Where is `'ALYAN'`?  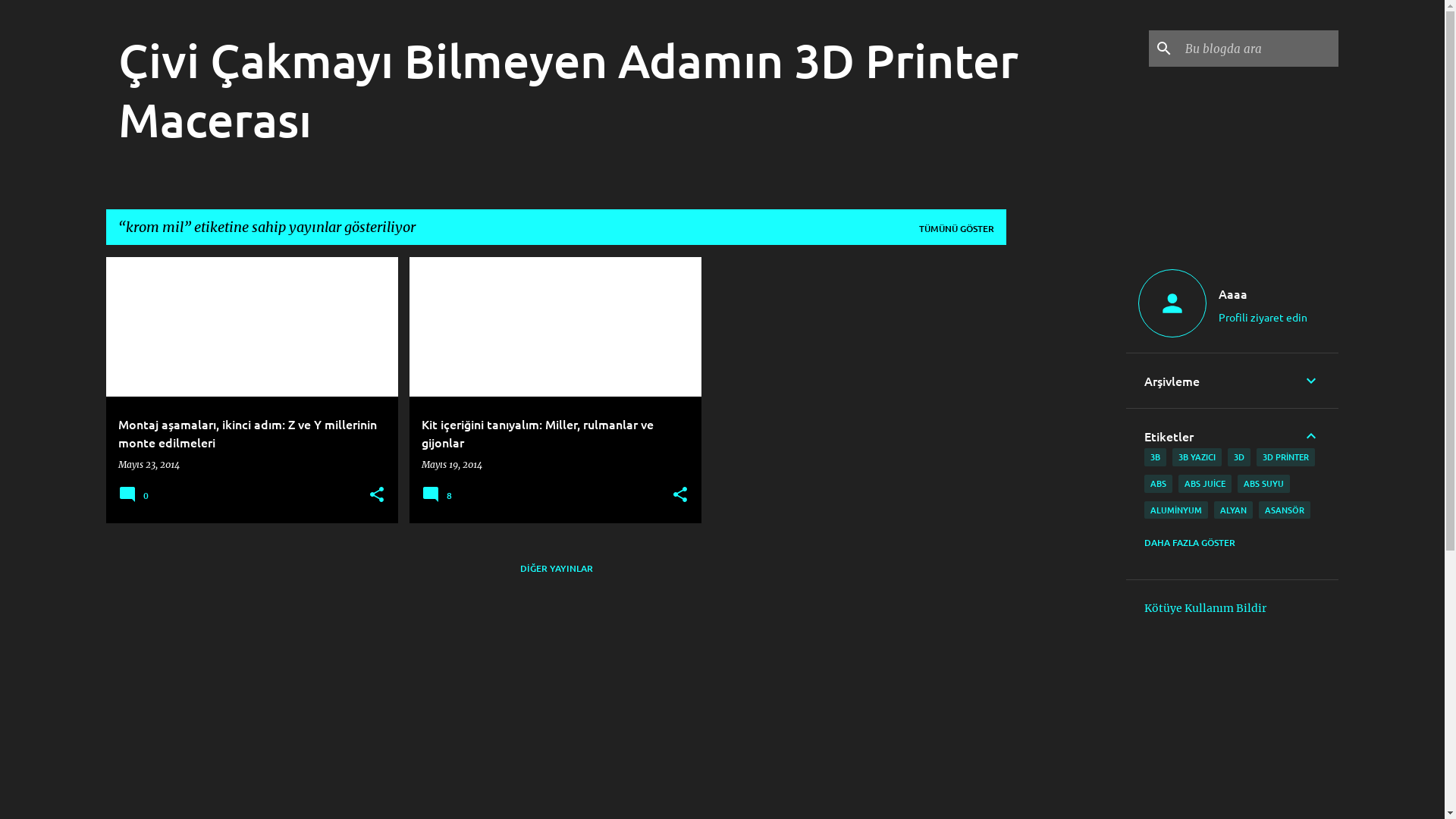
'ALYAN' is located at coordinates (1233, 509).